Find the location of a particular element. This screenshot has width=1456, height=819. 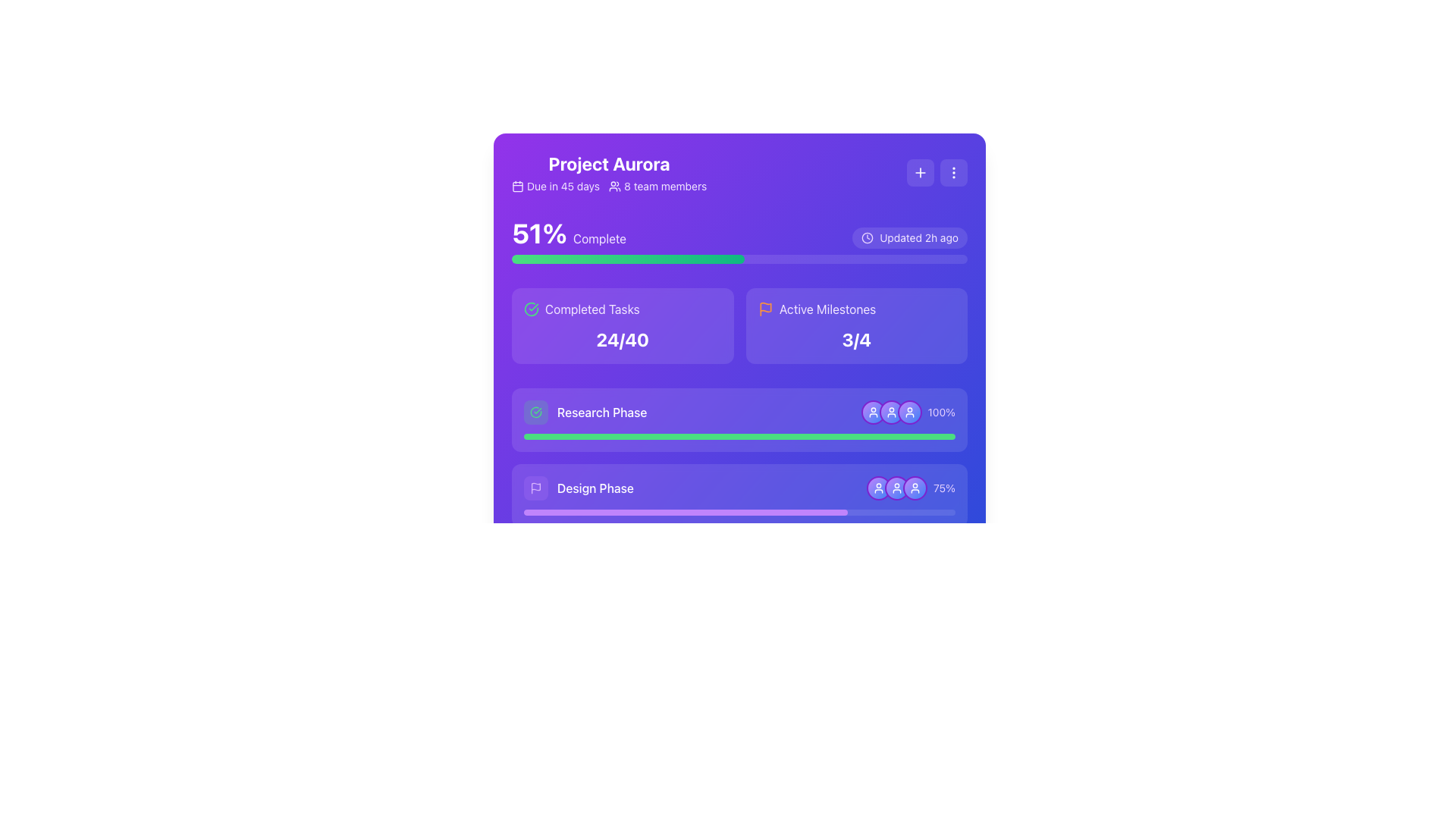

text of the label with status indicator displaying 'Research Phase' on a vibrant purple background, located in the middle-left section of the panel is located at coordinates (585, 412).